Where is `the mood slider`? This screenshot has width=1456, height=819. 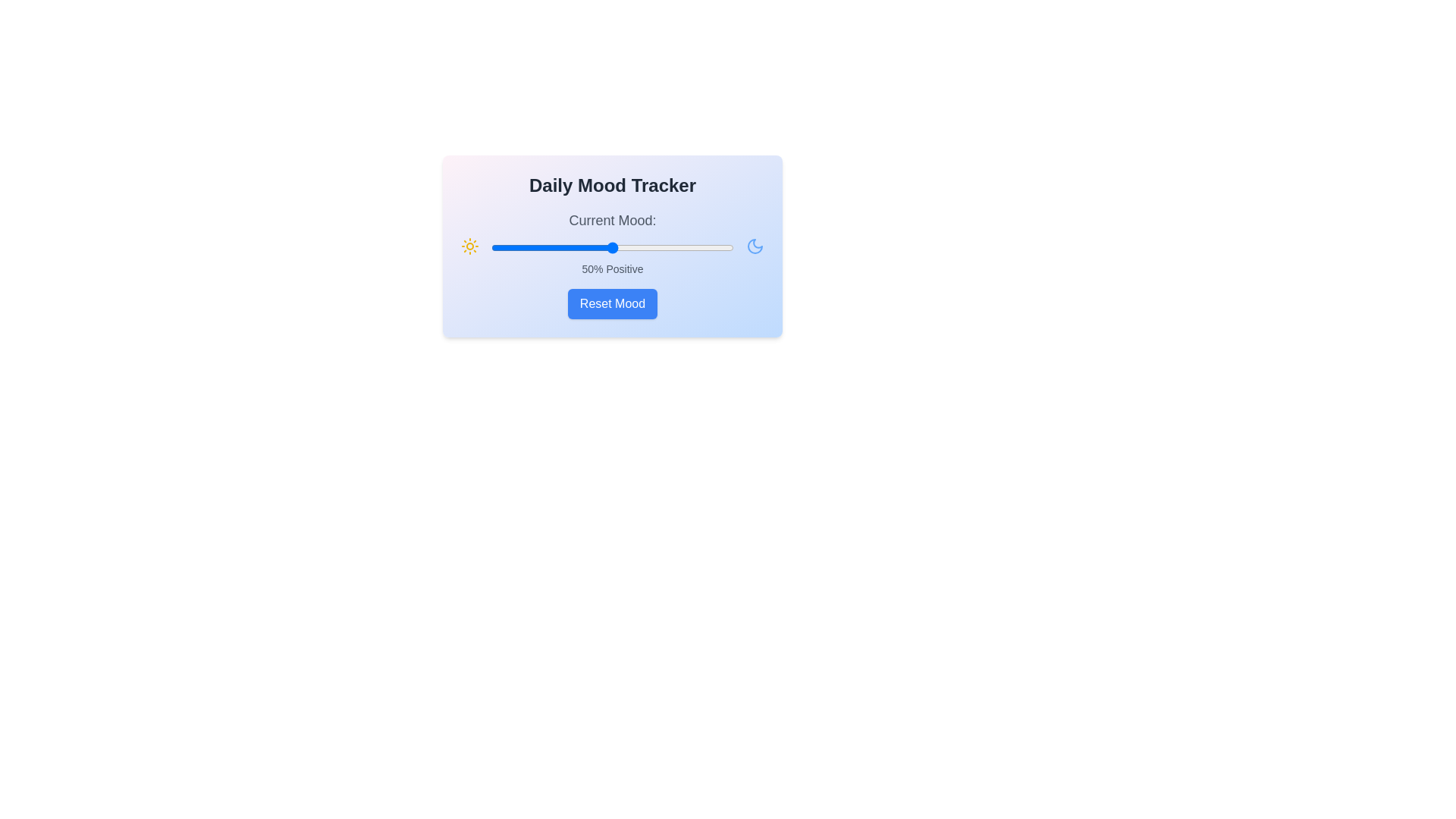 the mood slider is located at coordinates (575, 247).